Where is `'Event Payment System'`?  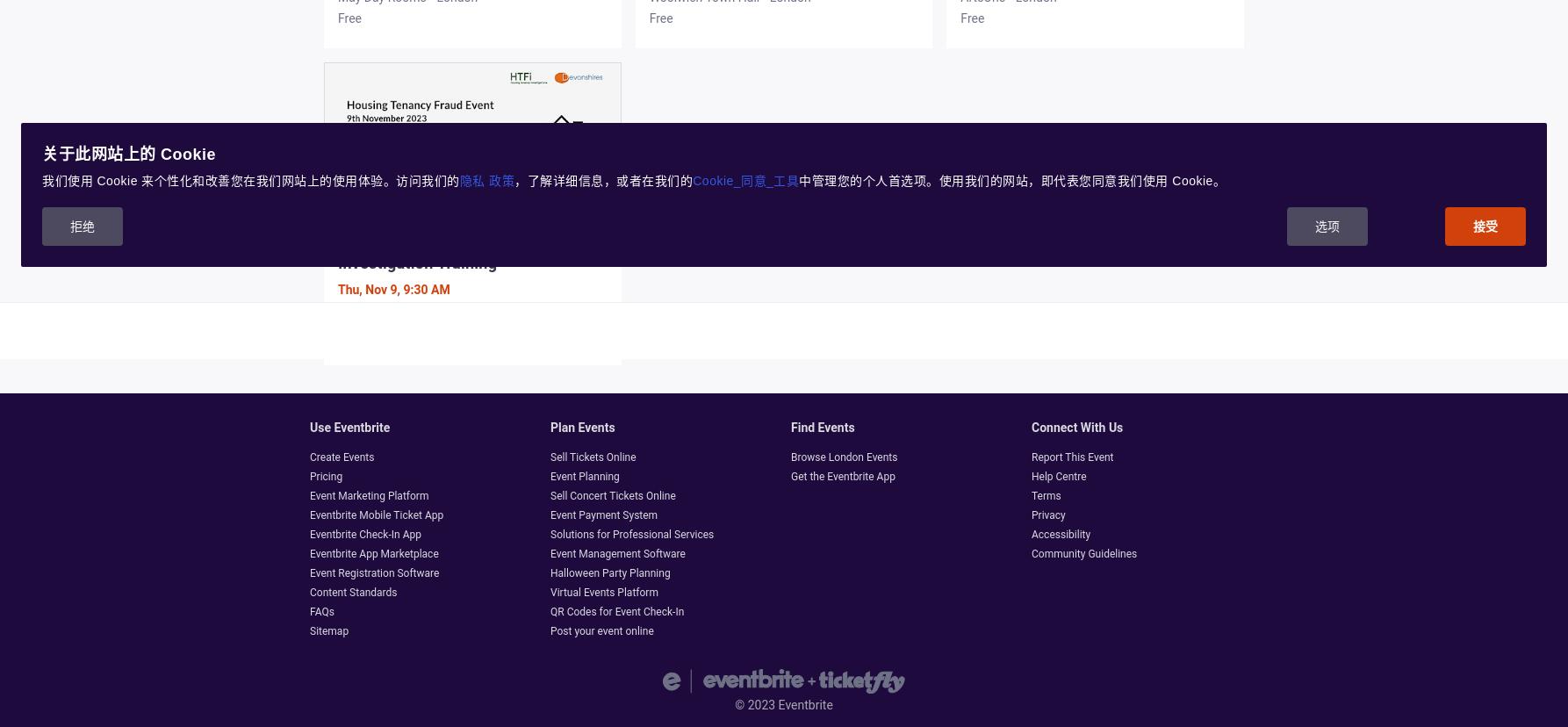
'Event Payment System' is located at coordinates (550, 515).